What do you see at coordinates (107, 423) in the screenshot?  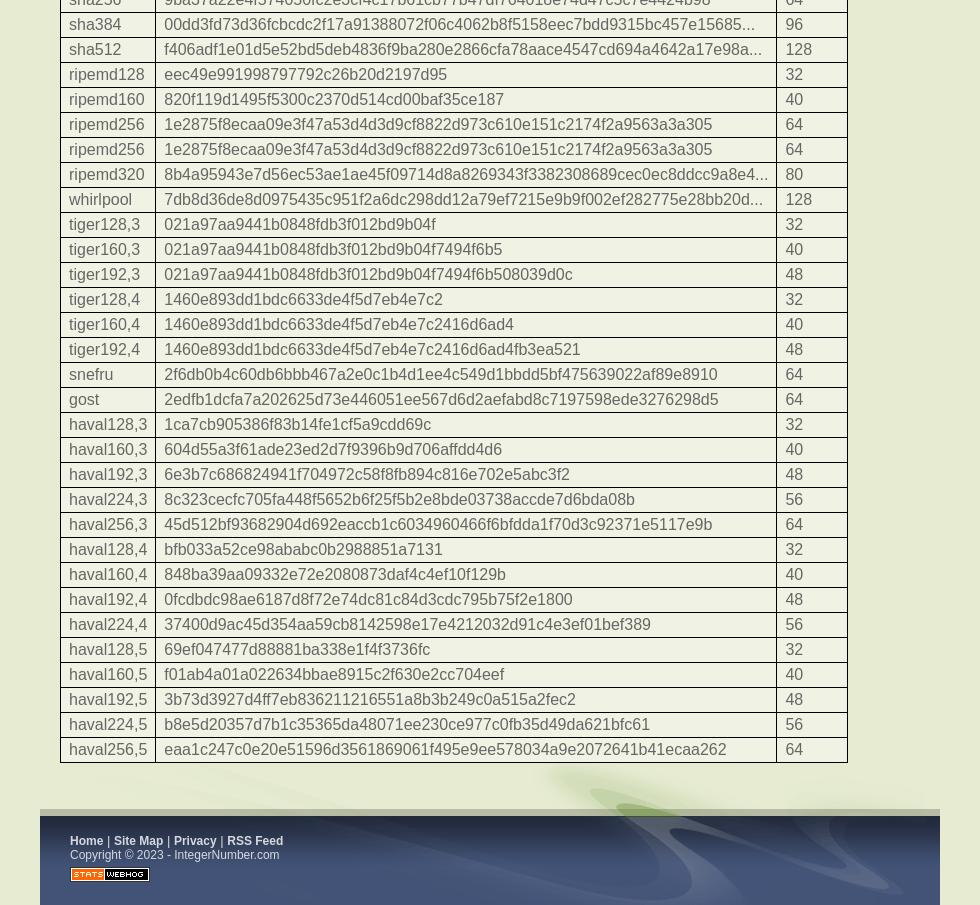 I see `'haval128,3'` at bounding box center [107, 423].